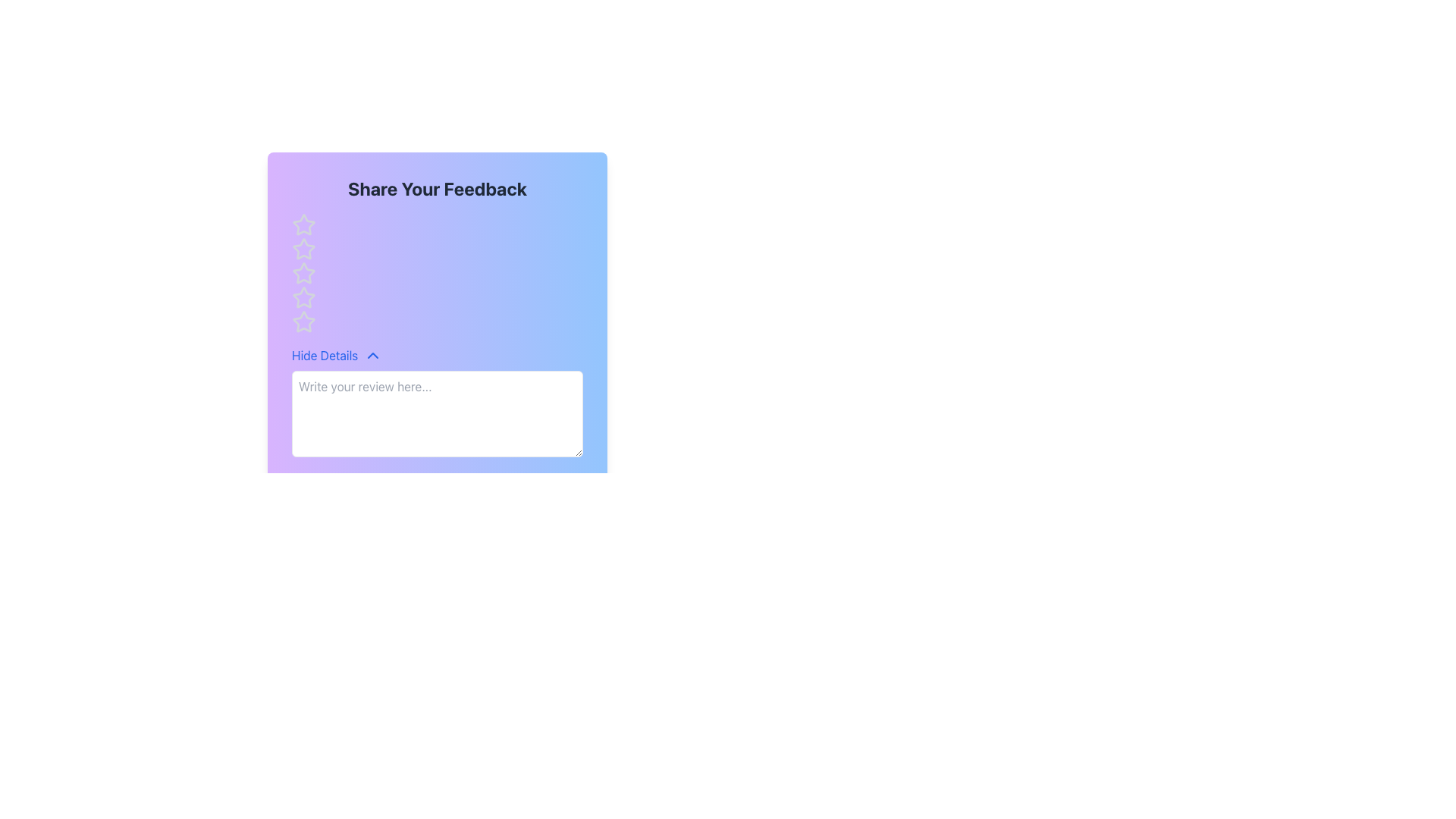 This screenshot has height=819, width=1456. What do you see at coordinates (336, 356) in the screenshot?
I see `the Button-like Interactive Text element that toggles additional details for the feedback form` at bounding box center [336, 356].